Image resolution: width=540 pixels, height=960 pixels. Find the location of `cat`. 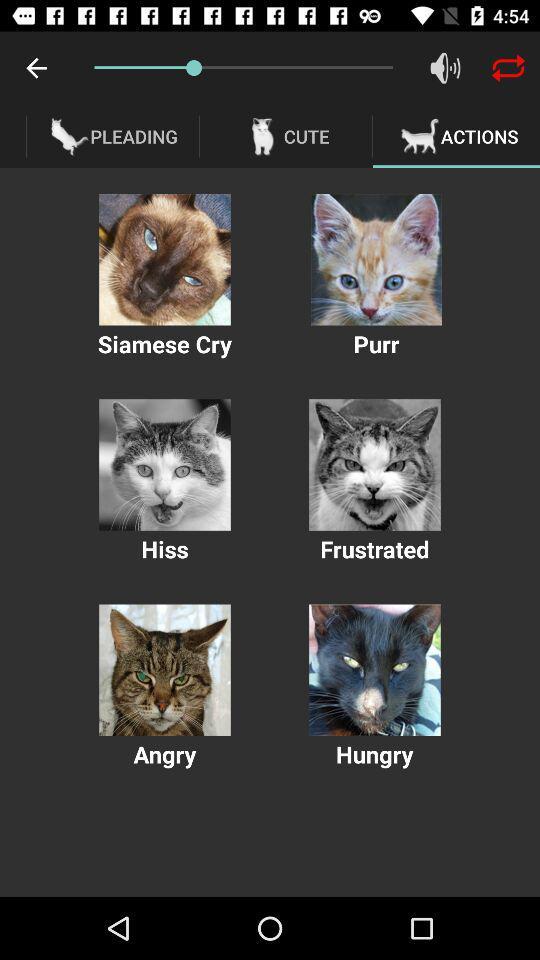

cat is located at coordinates (164, 465).